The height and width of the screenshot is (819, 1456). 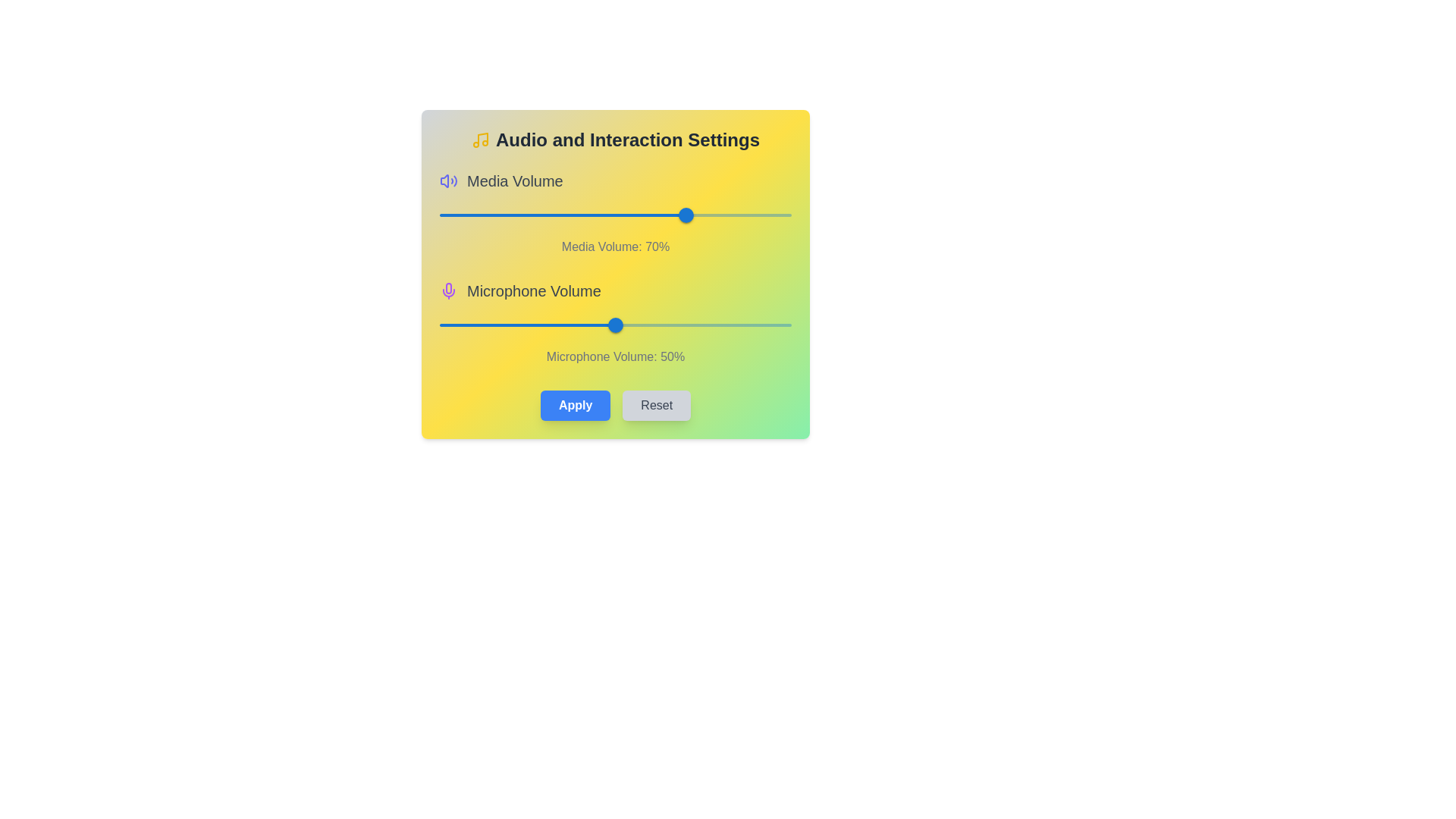 What do you see at coordinates (580, 324) in the screenshot?
I see `microphone volume` at bounding box center [580, 324].